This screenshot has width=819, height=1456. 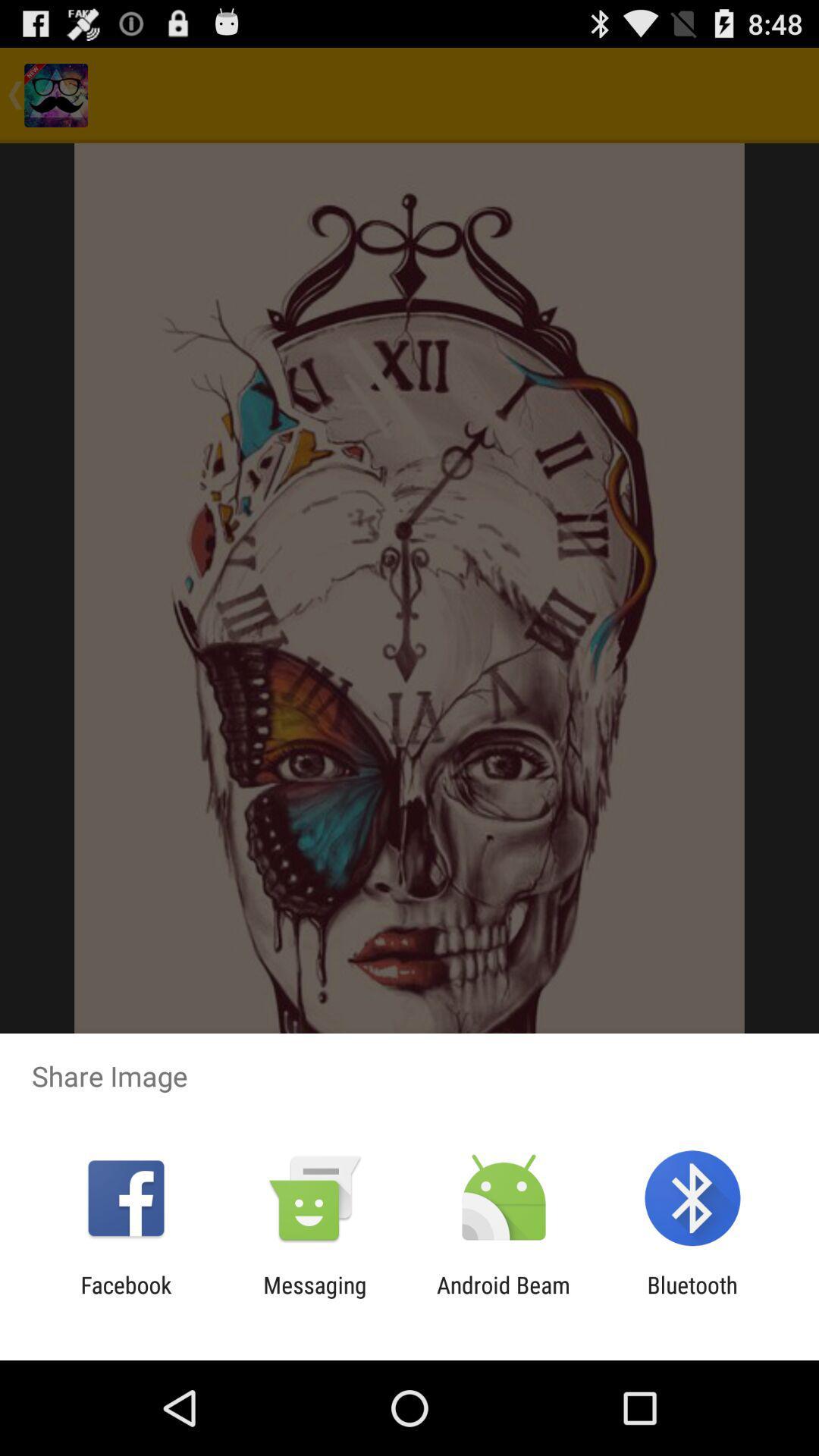 What do you see at coordinates (504, 1298) in the screenshot?
I see `the app to the left of bluetooth icon` at bounding box center [504, 1298].